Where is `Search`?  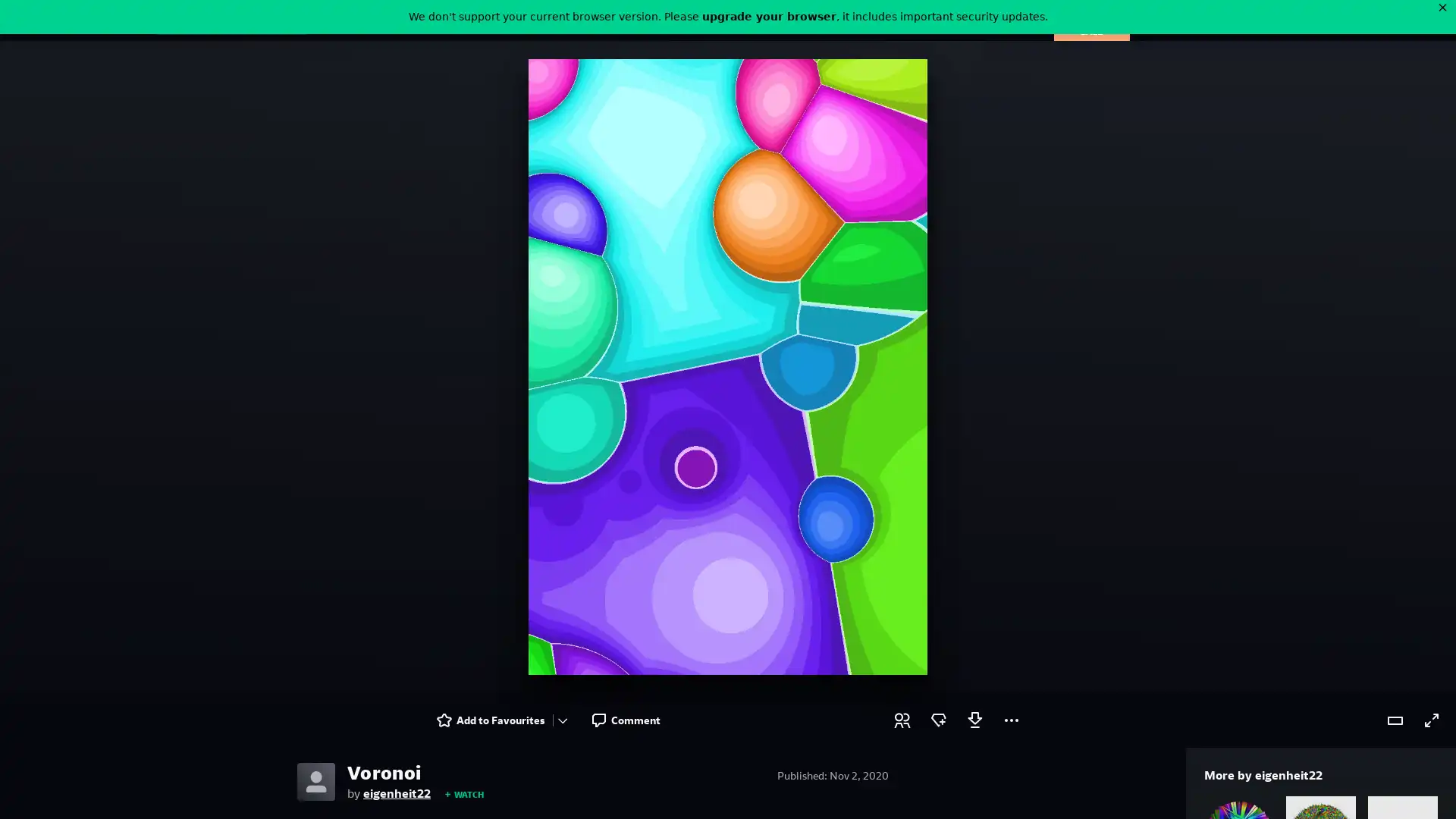
Search is located at coordinates (291, 20).